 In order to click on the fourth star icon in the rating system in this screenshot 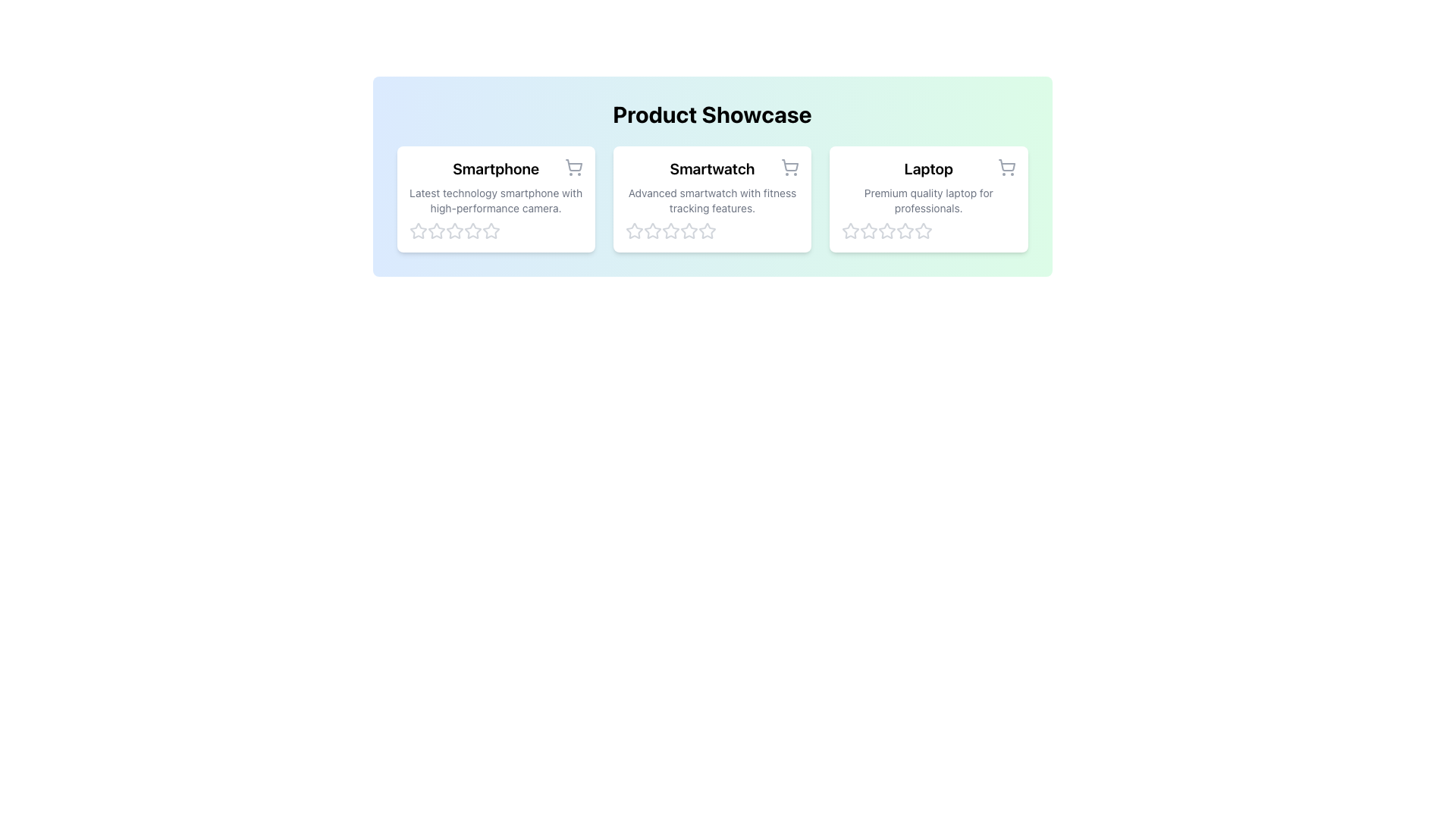, I will do `click(688, 231)`.